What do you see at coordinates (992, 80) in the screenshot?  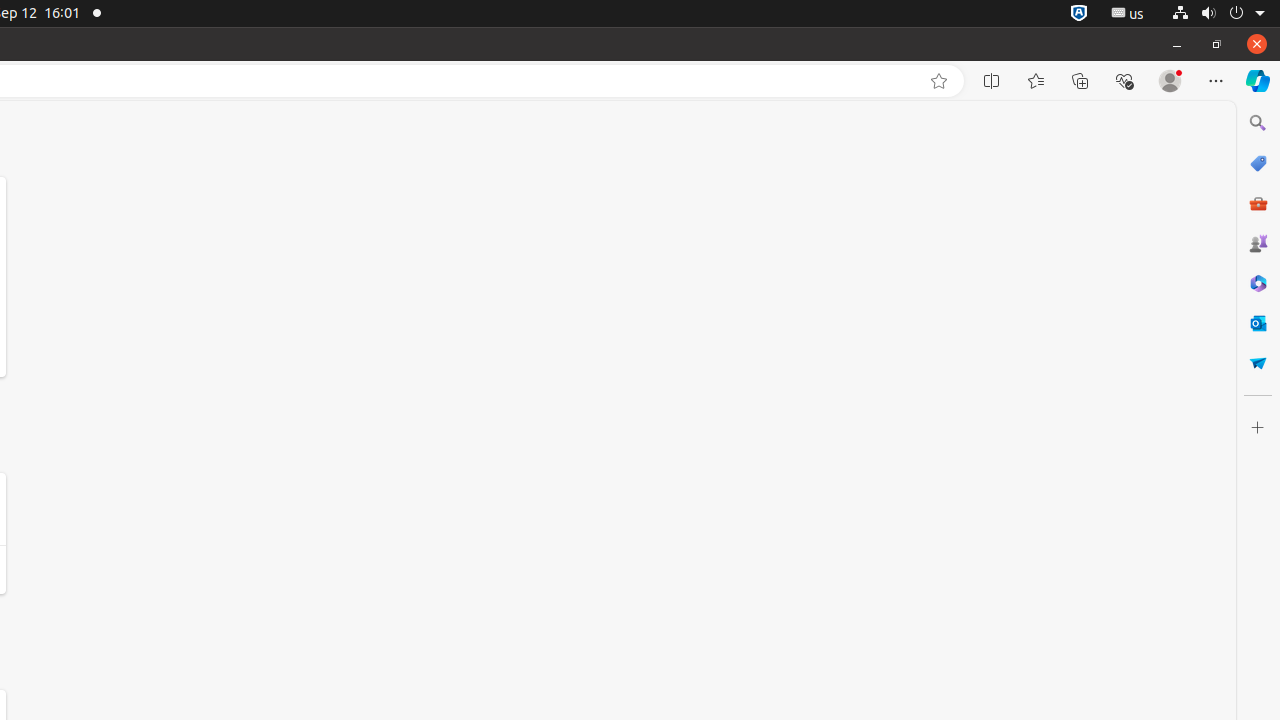 I see `'Split screen'` at bounding box center [992, 80].